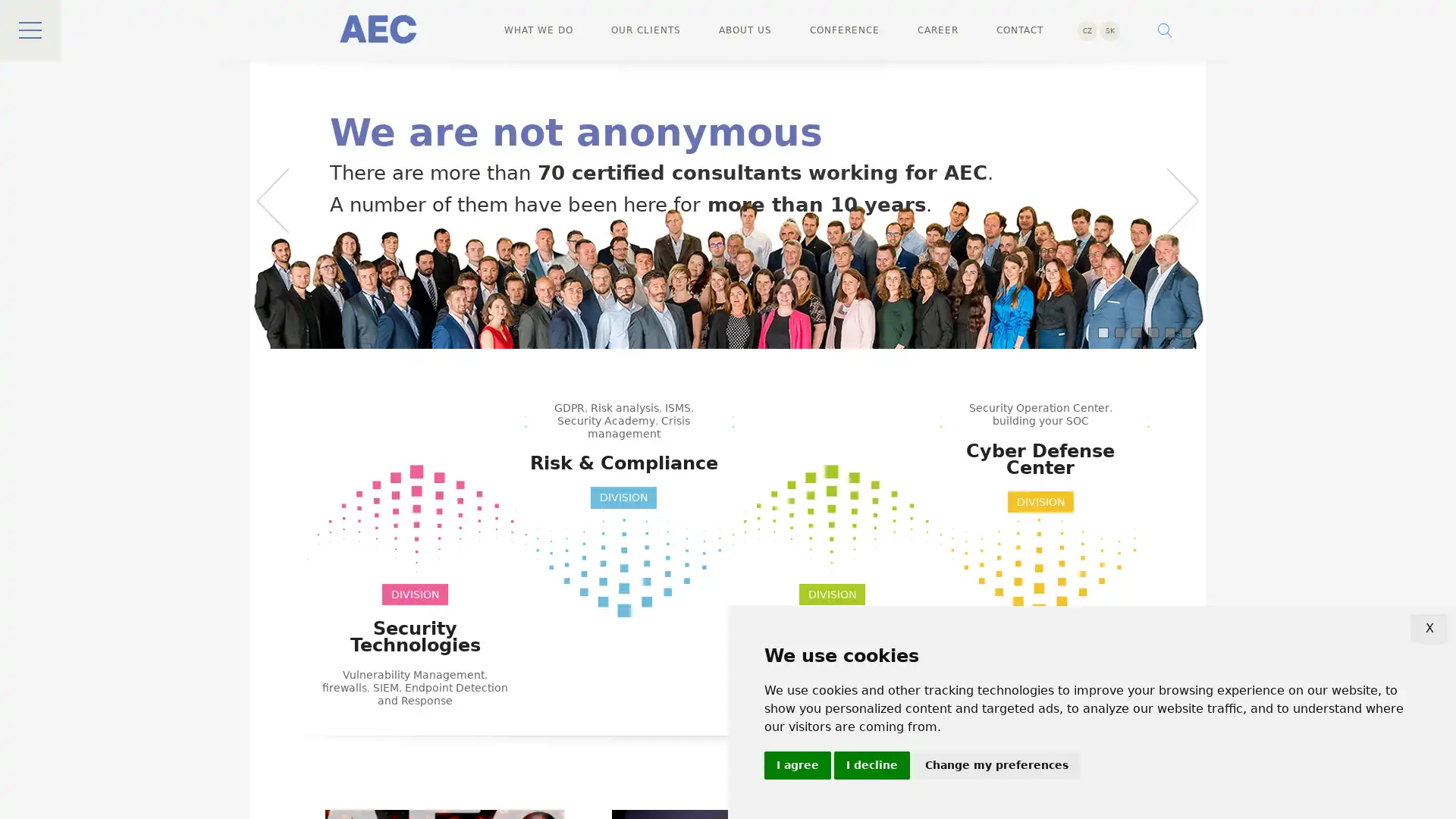 This screenshot has height=819, width=1456. What do you see at coordinates (996, 765) in the screenshot?
I see `Change my preferences` at bounding box center [996, 765].